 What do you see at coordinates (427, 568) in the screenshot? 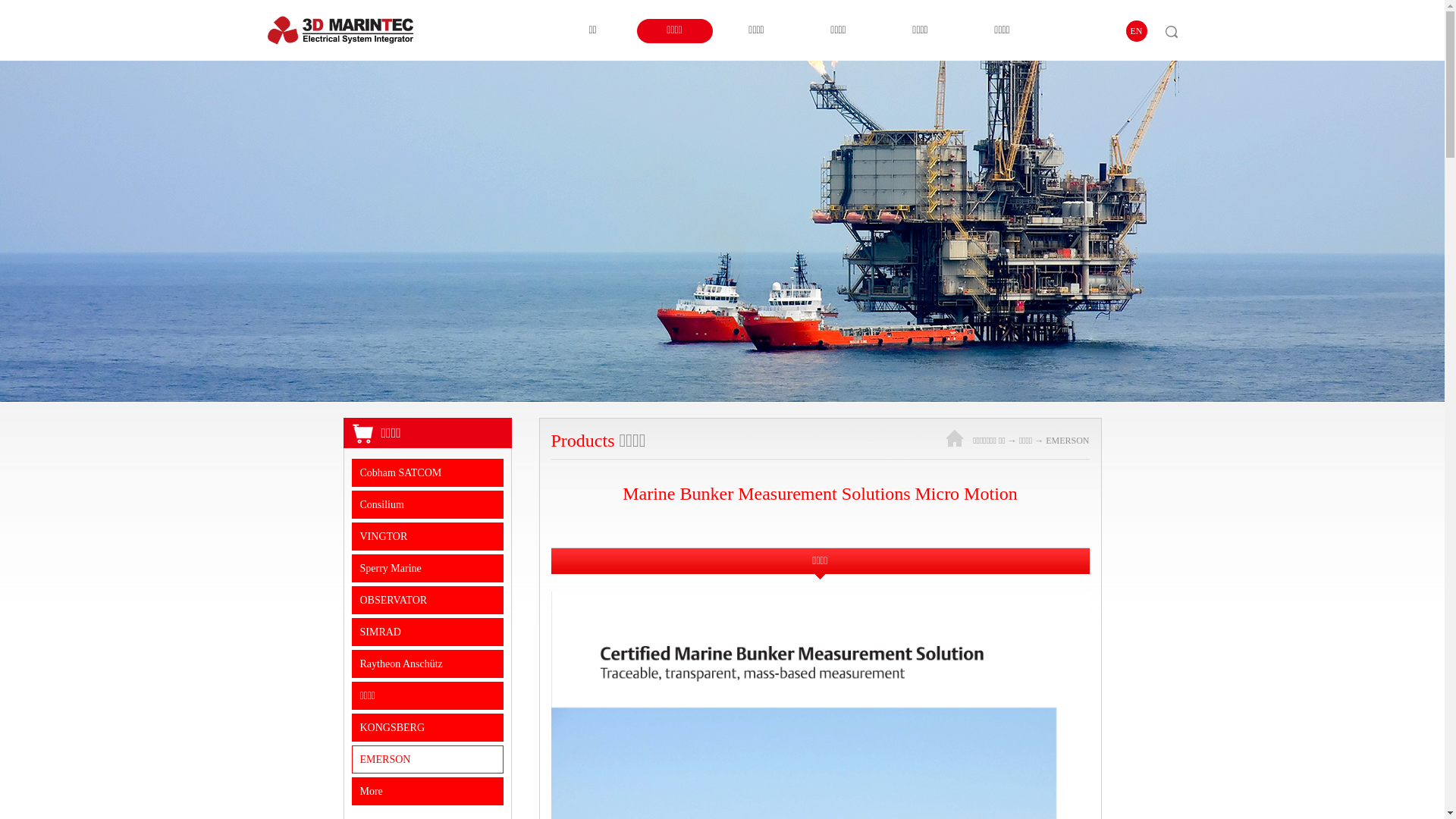
I see `'Sperry Marine'` at bounding box center [427, 568].